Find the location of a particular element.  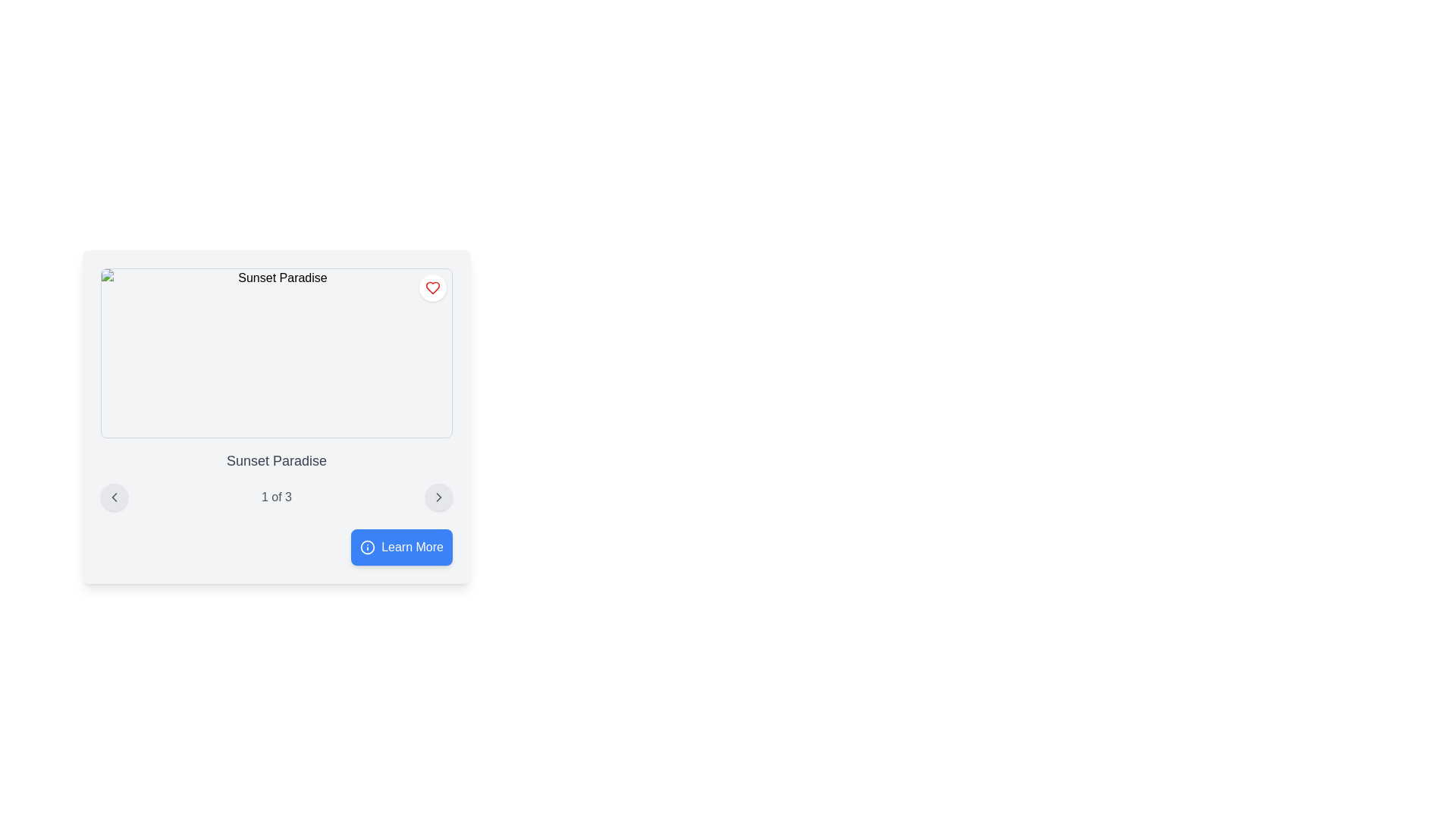

the navigational button located on the far left side below the 'Sunset Paradise' section is located at coordinates (113, 497).